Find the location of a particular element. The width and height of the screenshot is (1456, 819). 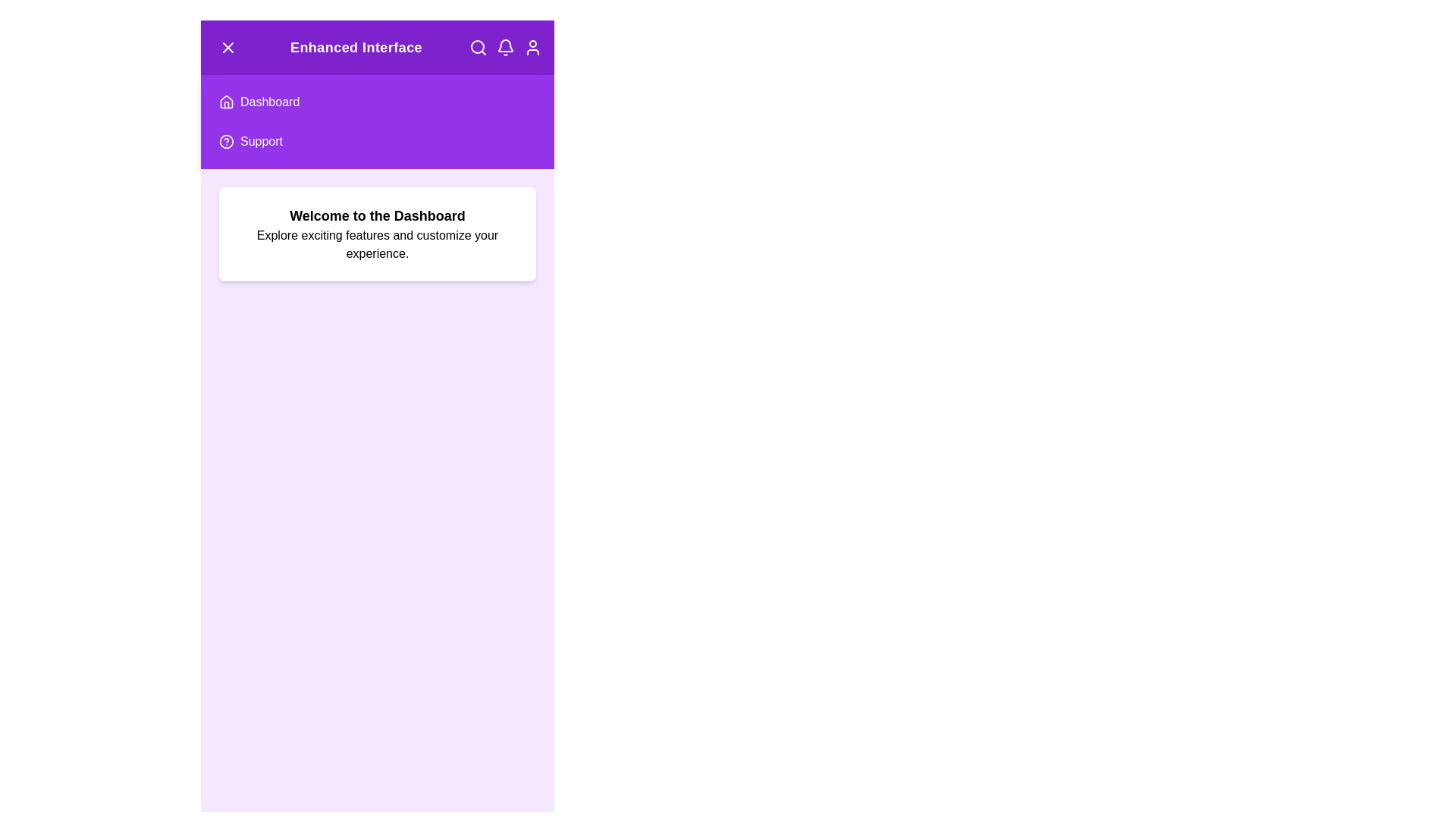

the notifications icon in the header is located at coordinates (506, 46).